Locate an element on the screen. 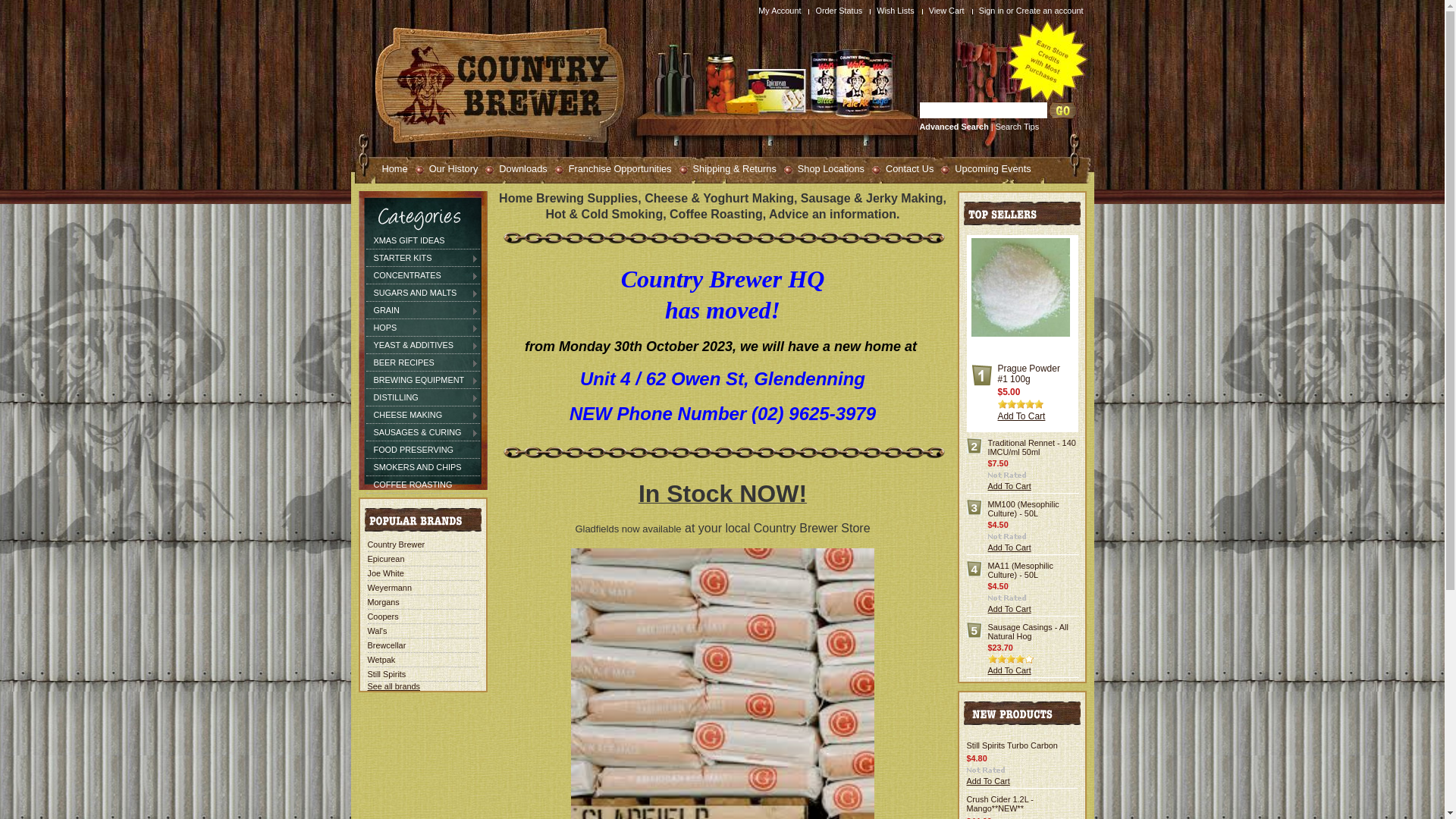  'Still Spirits Turbo Carbon' is located at coordinates (1012, 745).